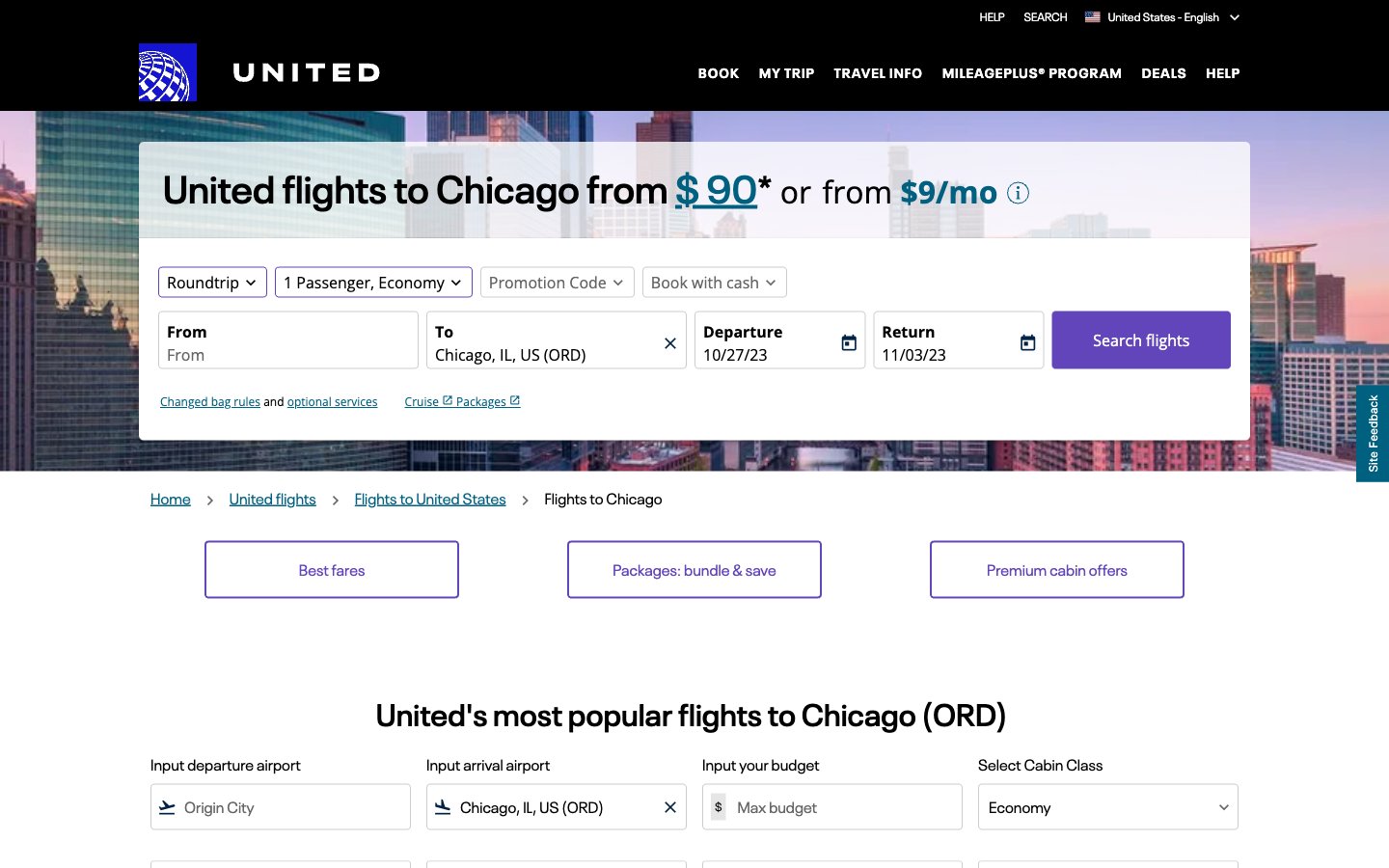 This screenshot has height=868, width=1389. What do you see at coordinates (787, 70) in the screenshot?
I see `Head over to the "My Trip" section` at bounding box center [787, 70].